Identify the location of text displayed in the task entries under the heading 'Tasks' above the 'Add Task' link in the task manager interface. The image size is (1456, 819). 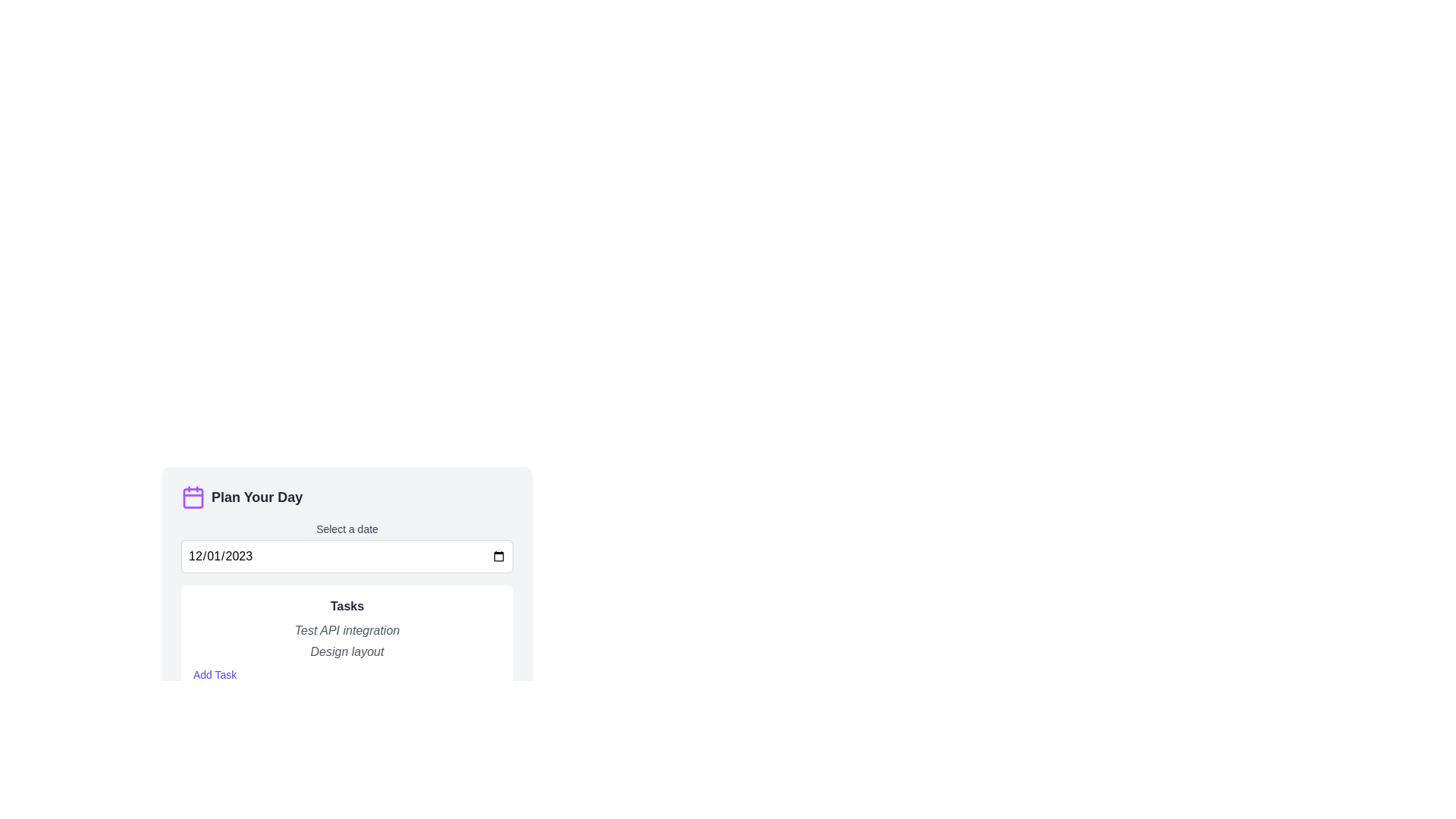
(346, 641).